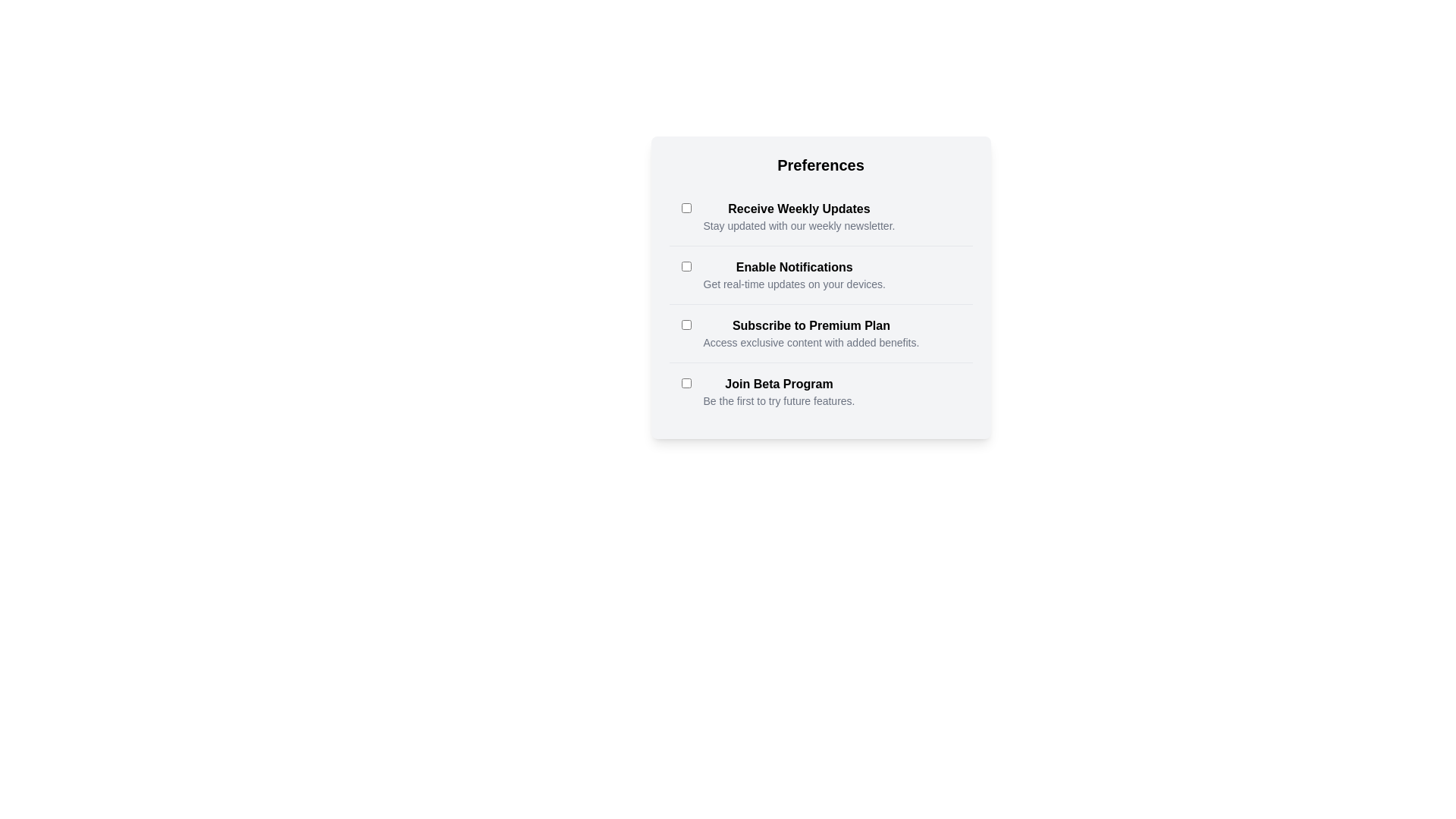 This screenshot has width=1456, height=819. What do you see at coordinates (779, 383) in the screenshot?
I see `the label associated with the checkbox to toggle its state. The label text is Join Beta Program` at bounding box center [779, 383].